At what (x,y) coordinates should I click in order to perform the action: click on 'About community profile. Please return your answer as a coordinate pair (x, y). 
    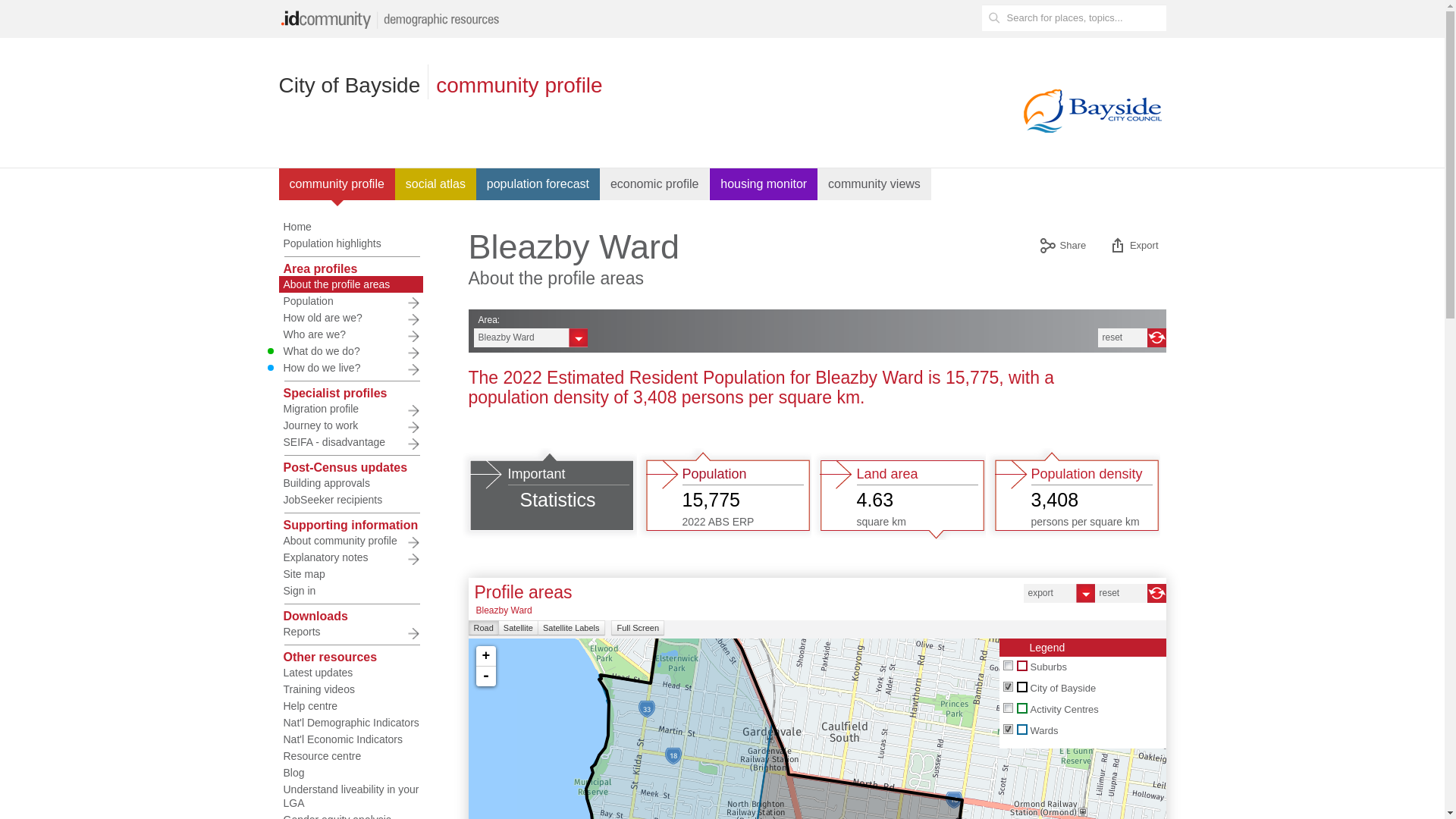
    Looking at the image, I should click on (350, 540).